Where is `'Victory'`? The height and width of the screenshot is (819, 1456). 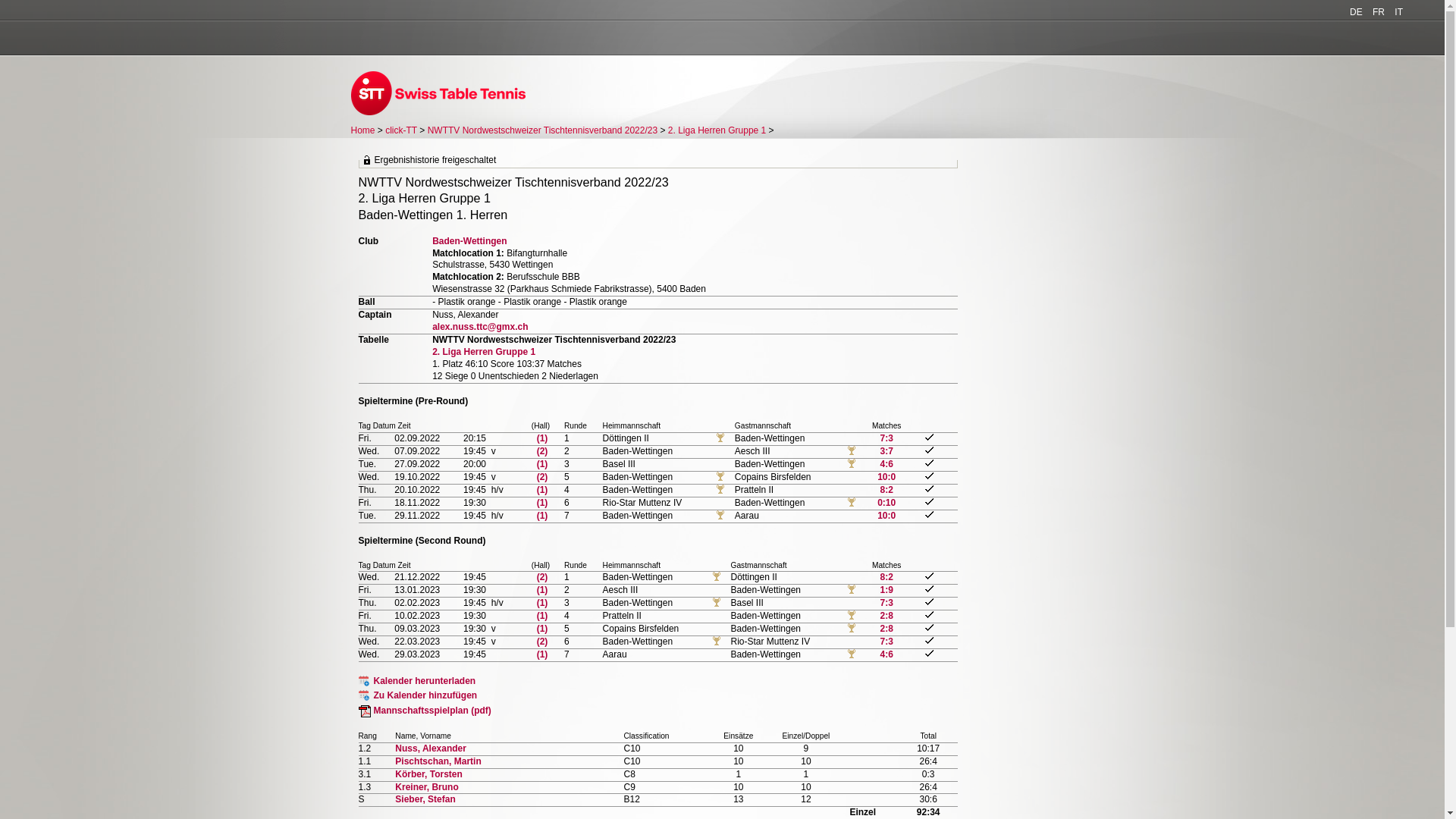
'Victory' is located at coordinates (720, 514).